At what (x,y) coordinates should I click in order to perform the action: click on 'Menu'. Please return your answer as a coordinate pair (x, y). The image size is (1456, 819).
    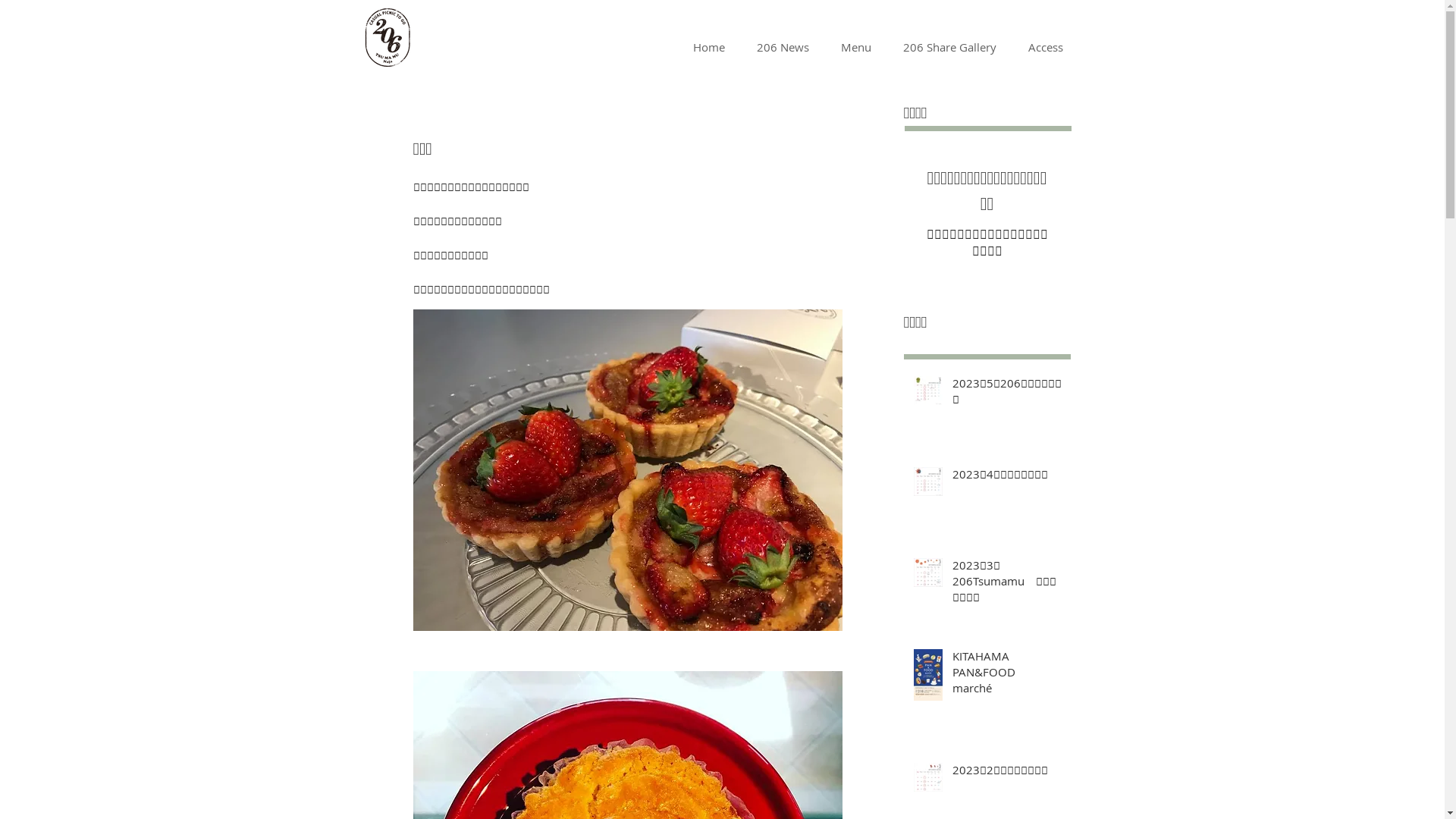
    Looking at the image, I should click on (855, 45).